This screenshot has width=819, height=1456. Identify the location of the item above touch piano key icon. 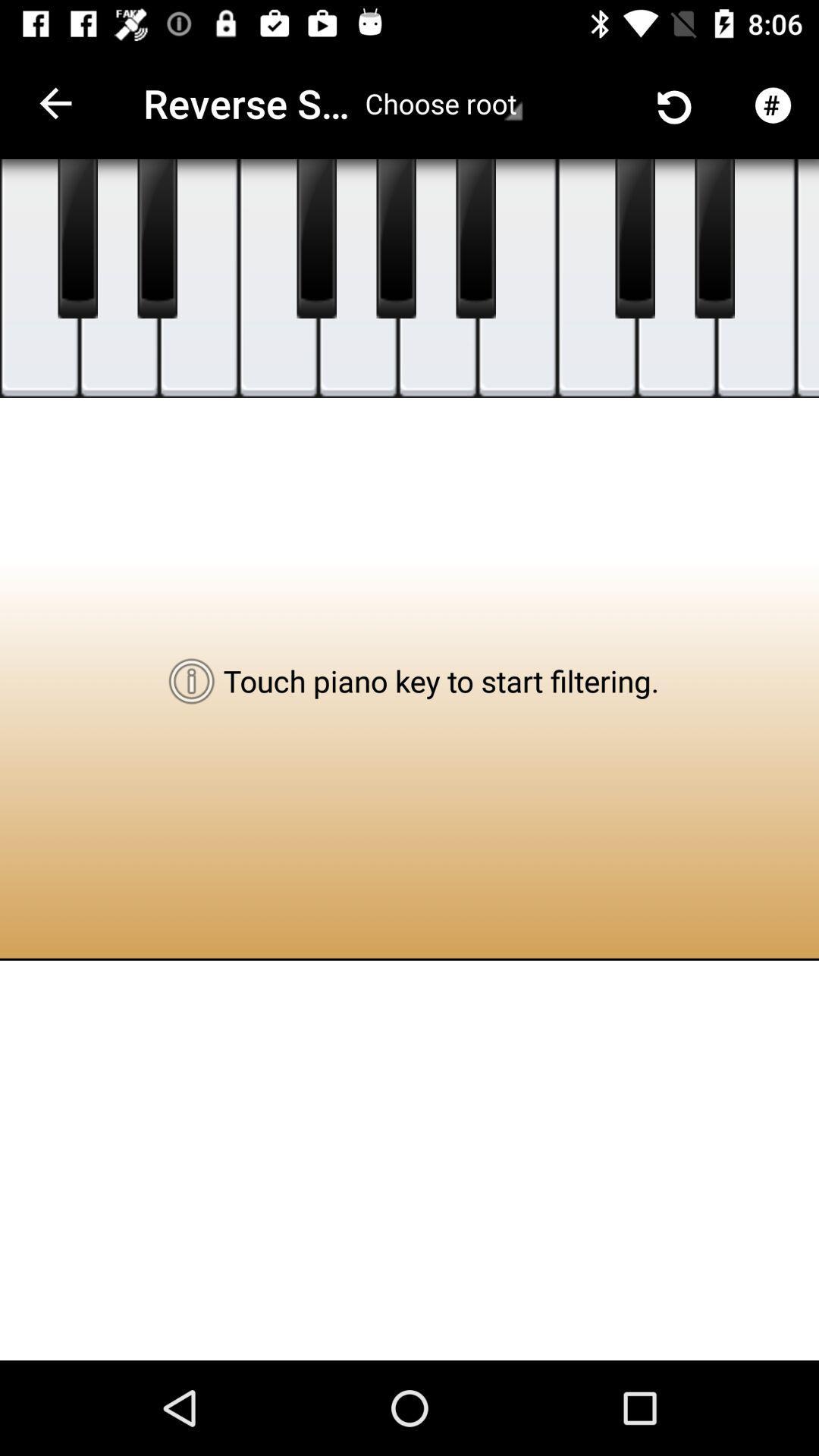
(438, 278).